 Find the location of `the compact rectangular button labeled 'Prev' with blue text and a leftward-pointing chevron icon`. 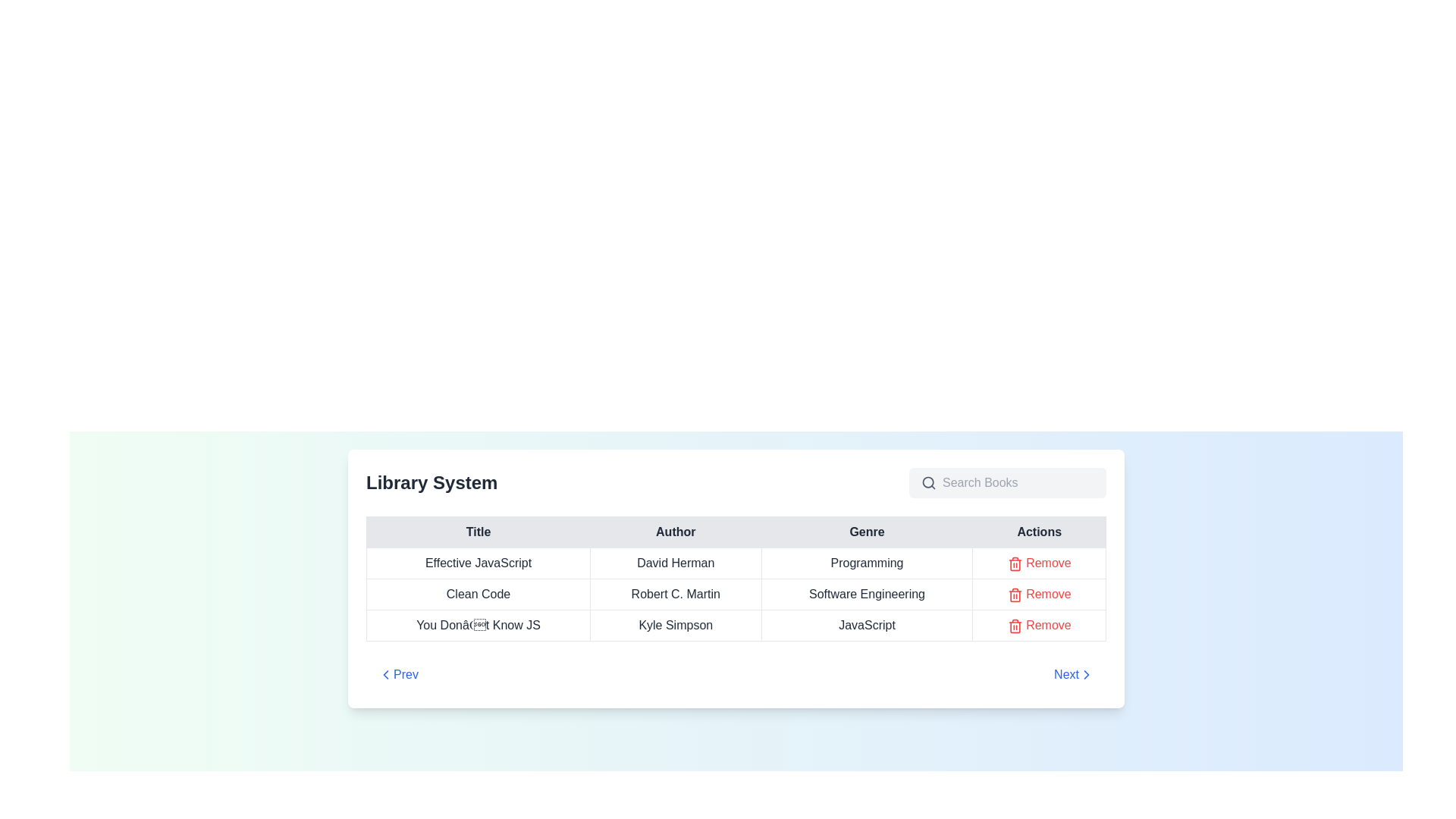

the compact rectangular button labeled 'Prev' with blue text and a leftward-pointing chevron icon is located at coordinates (398, 674).